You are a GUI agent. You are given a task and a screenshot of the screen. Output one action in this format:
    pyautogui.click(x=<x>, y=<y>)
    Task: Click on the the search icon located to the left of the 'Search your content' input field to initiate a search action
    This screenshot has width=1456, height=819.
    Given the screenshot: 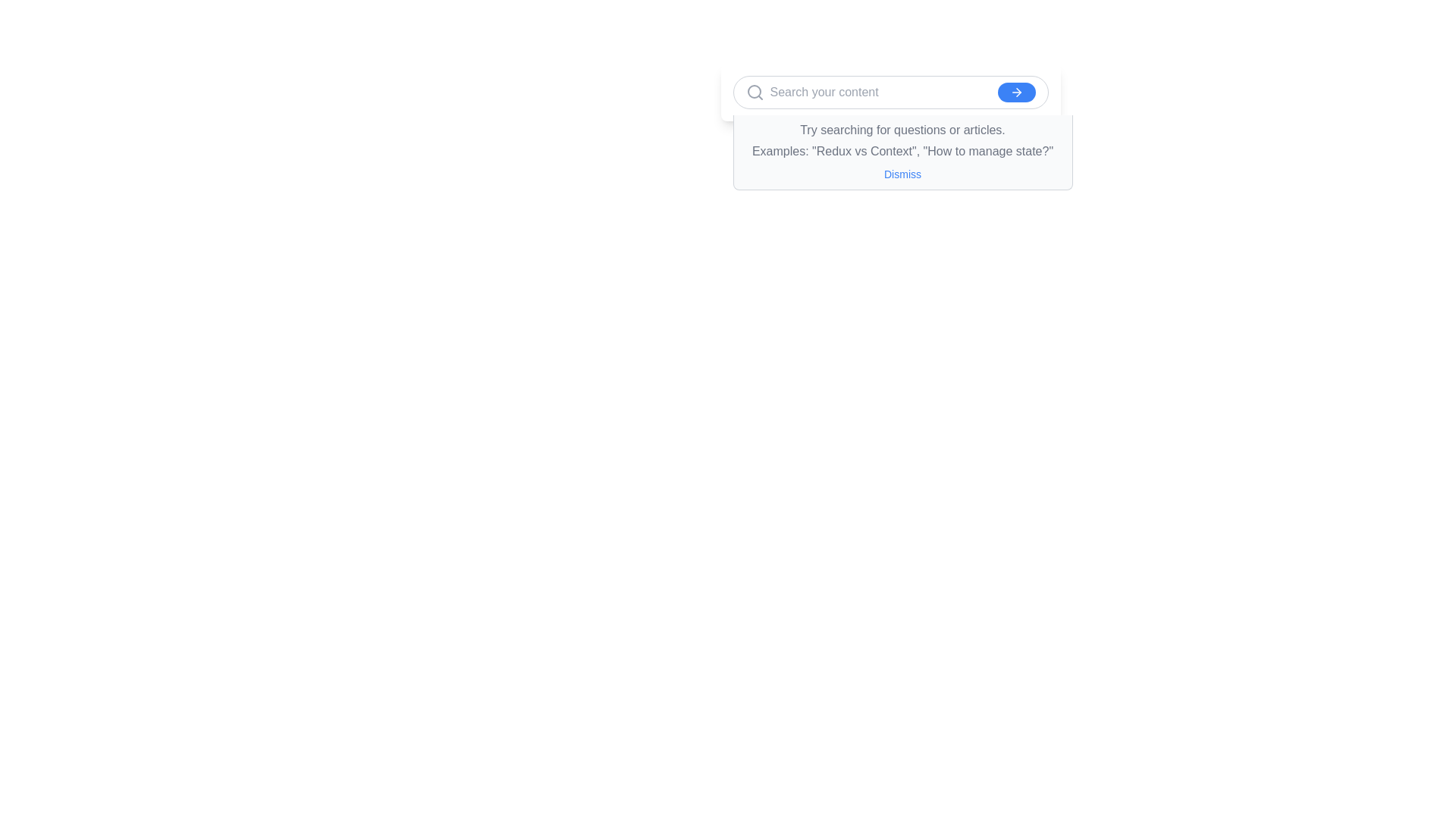 What is the action you would take?
    pyautogui.click(x=755, y=93)
    